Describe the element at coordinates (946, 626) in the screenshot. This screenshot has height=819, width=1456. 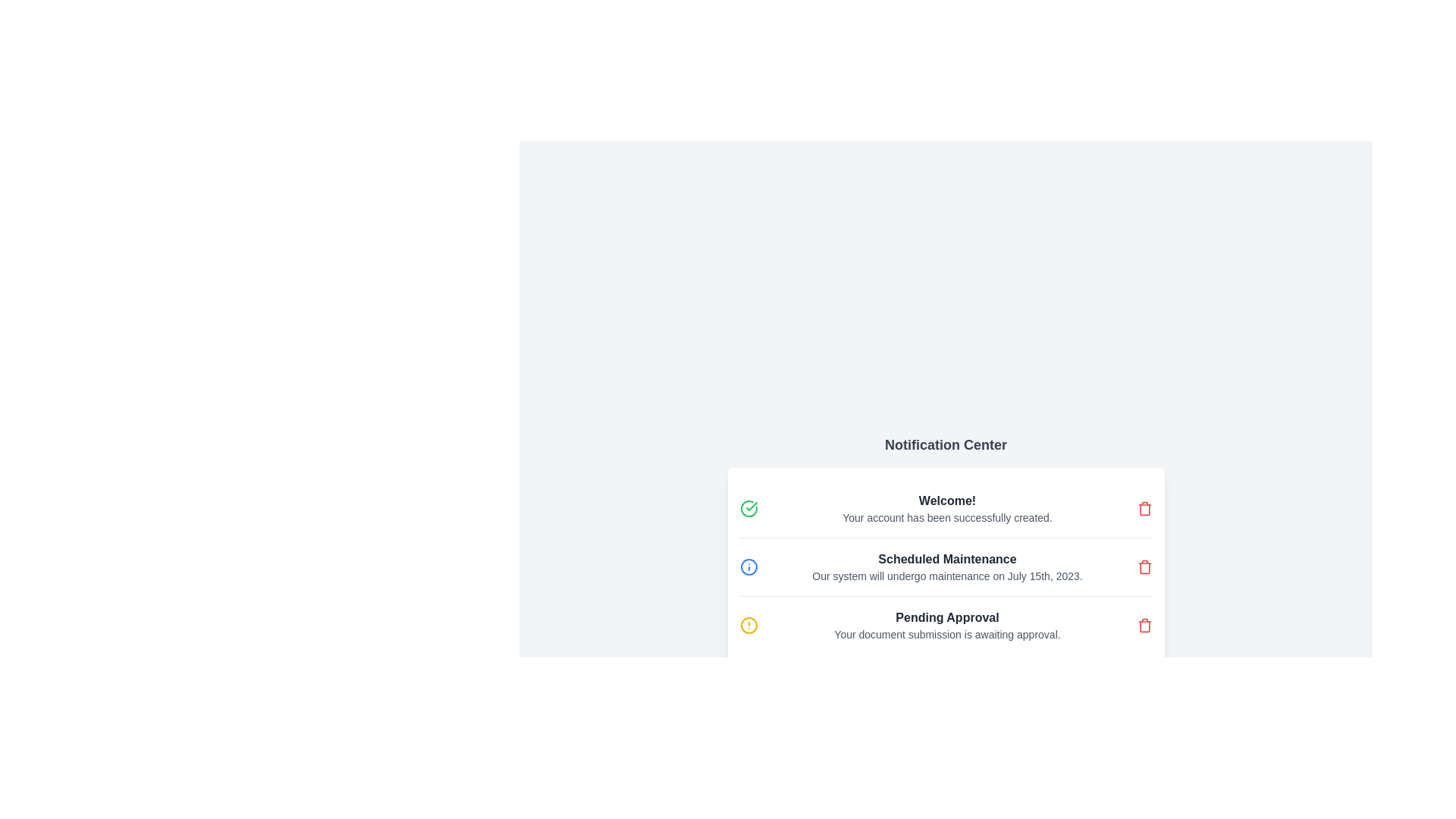
I see `the notification message element indicating document submission status, located as the third entry in the 'Notification Center', for further actions` at that location.